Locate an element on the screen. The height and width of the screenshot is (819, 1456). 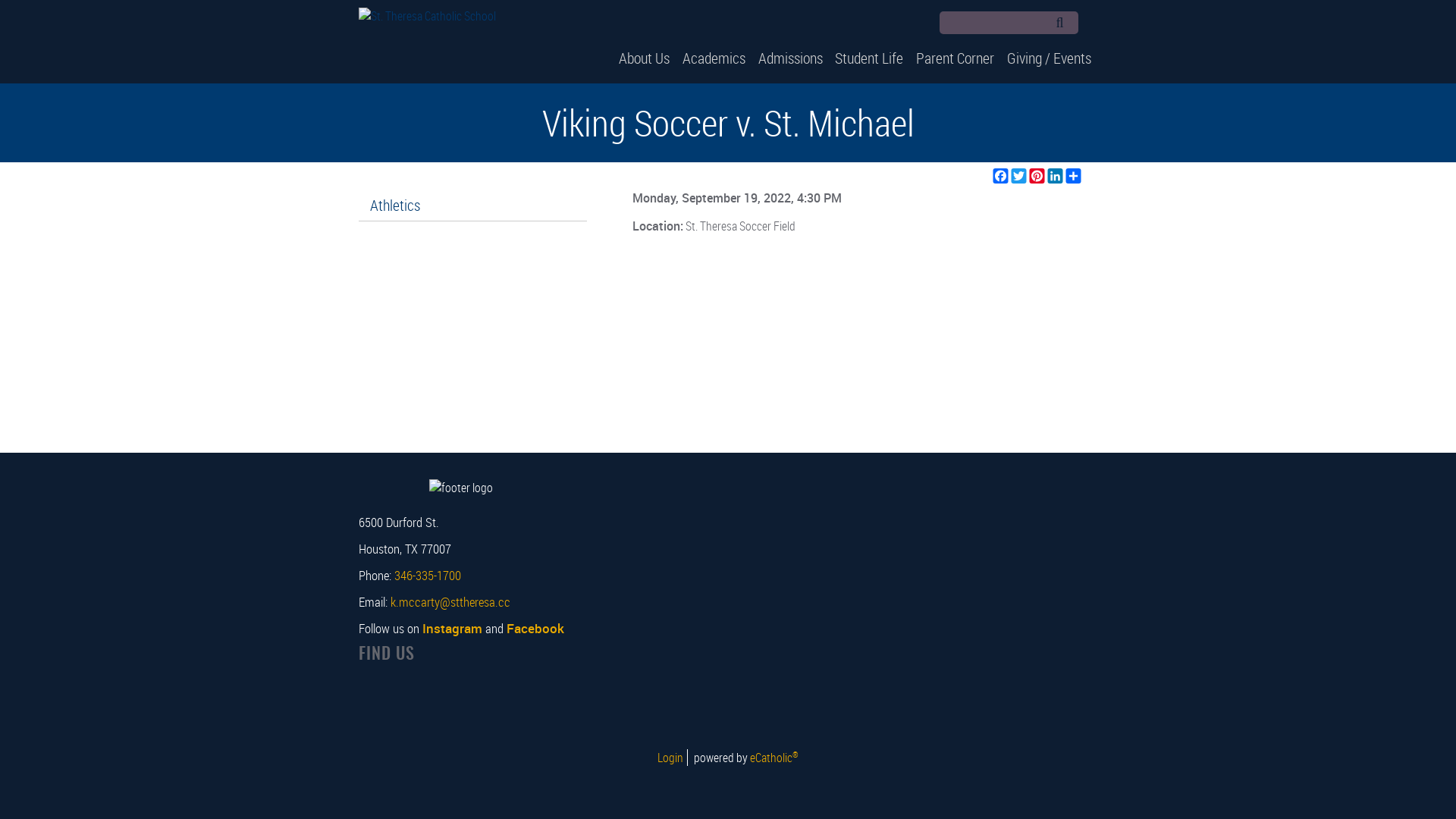
'Twitter' is located at coordinates (1019, 174).